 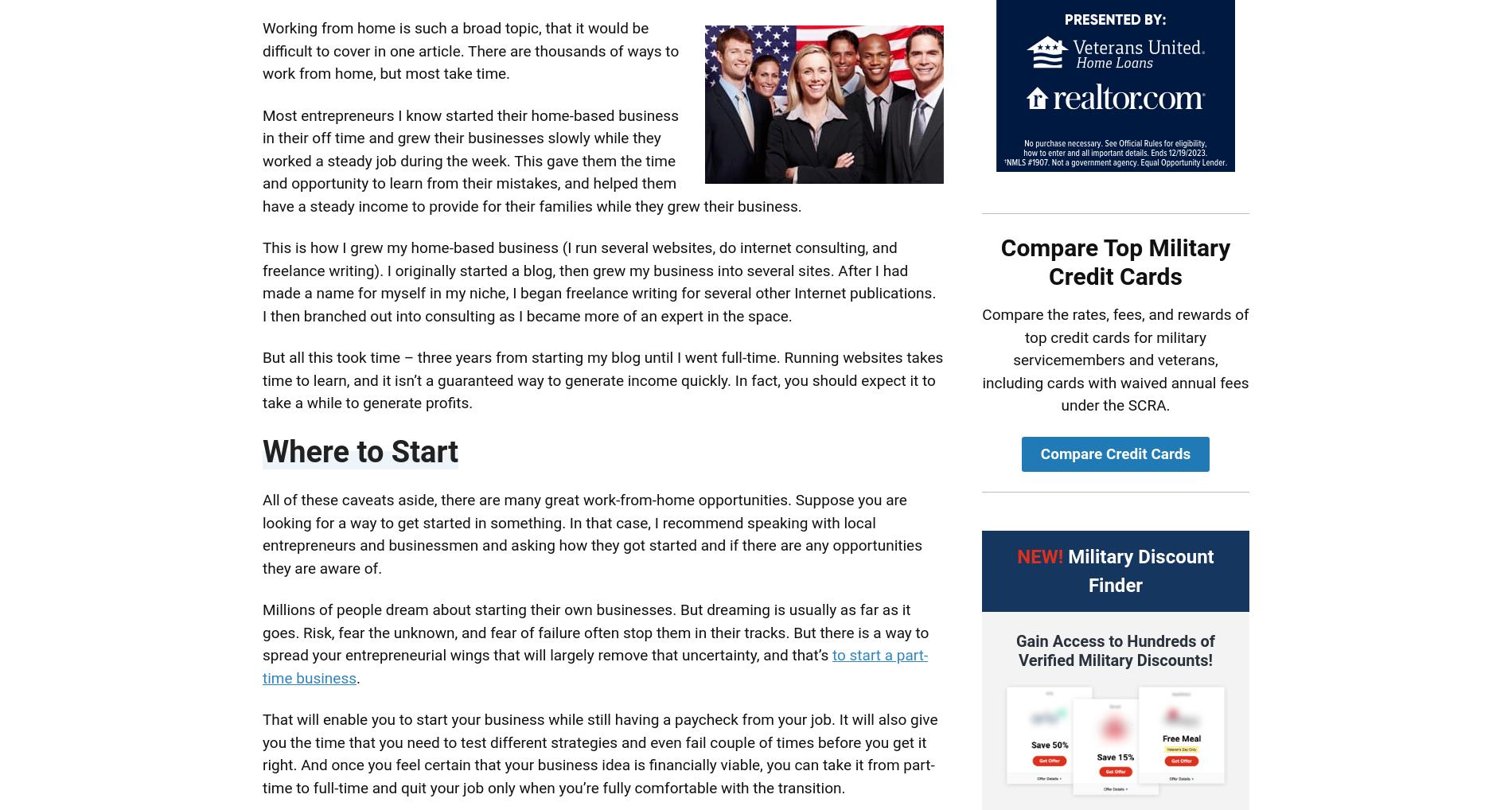 What do you see at coordinates (262, 665) in the screenshot?
I see `'to start a part-time business'` at bounding box center [262, 665].